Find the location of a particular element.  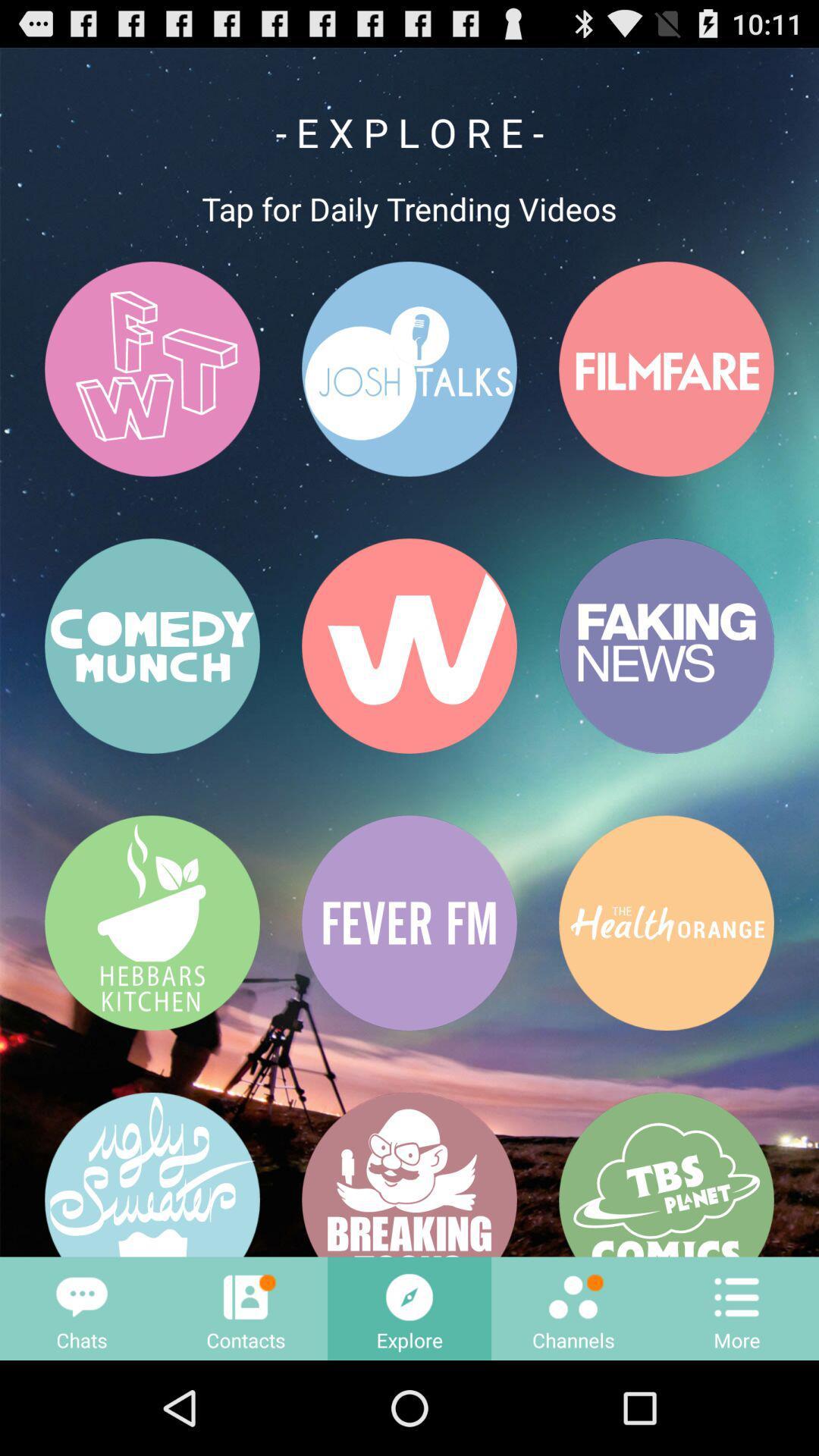

the first circular shaped image on the right side of the web page is located at coordinates (666, 369).